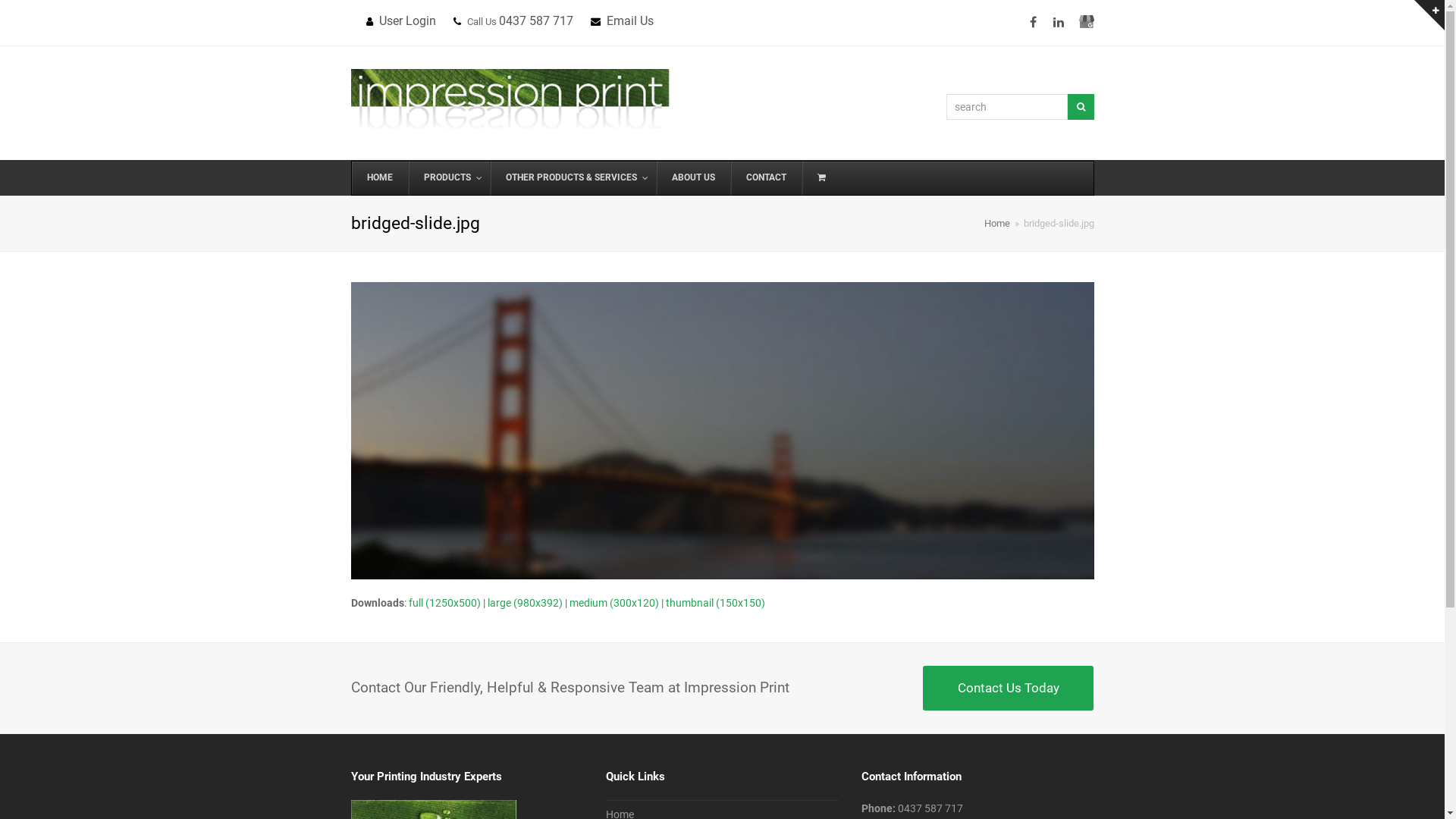 The height and width of the screenshot is (819, 1456). Describe the element at coordinates (443, 601) in the screenshot. I see `'full (1250x500)'` at that location.